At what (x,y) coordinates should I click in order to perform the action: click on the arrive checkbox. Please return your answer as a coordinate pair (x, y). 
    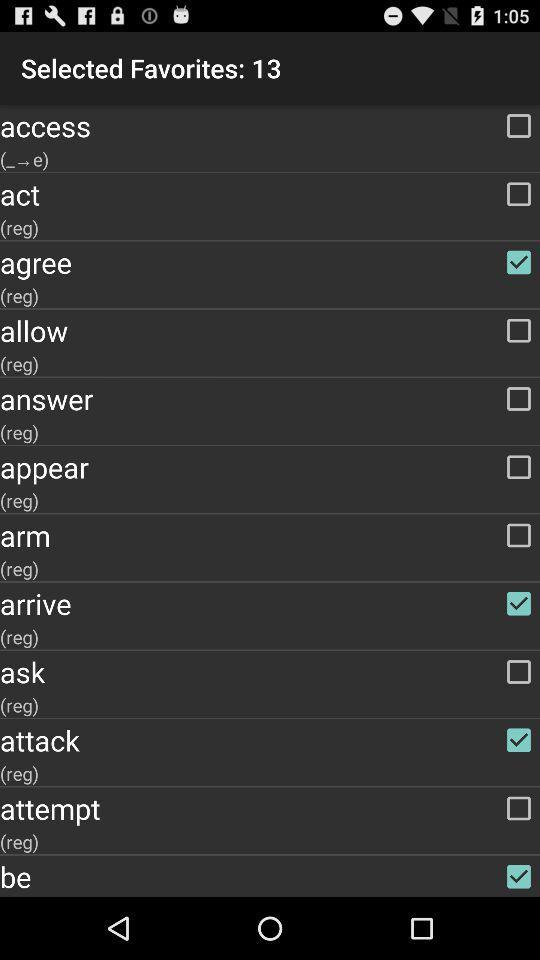
    Looking at the image, I should click on (270, 602).